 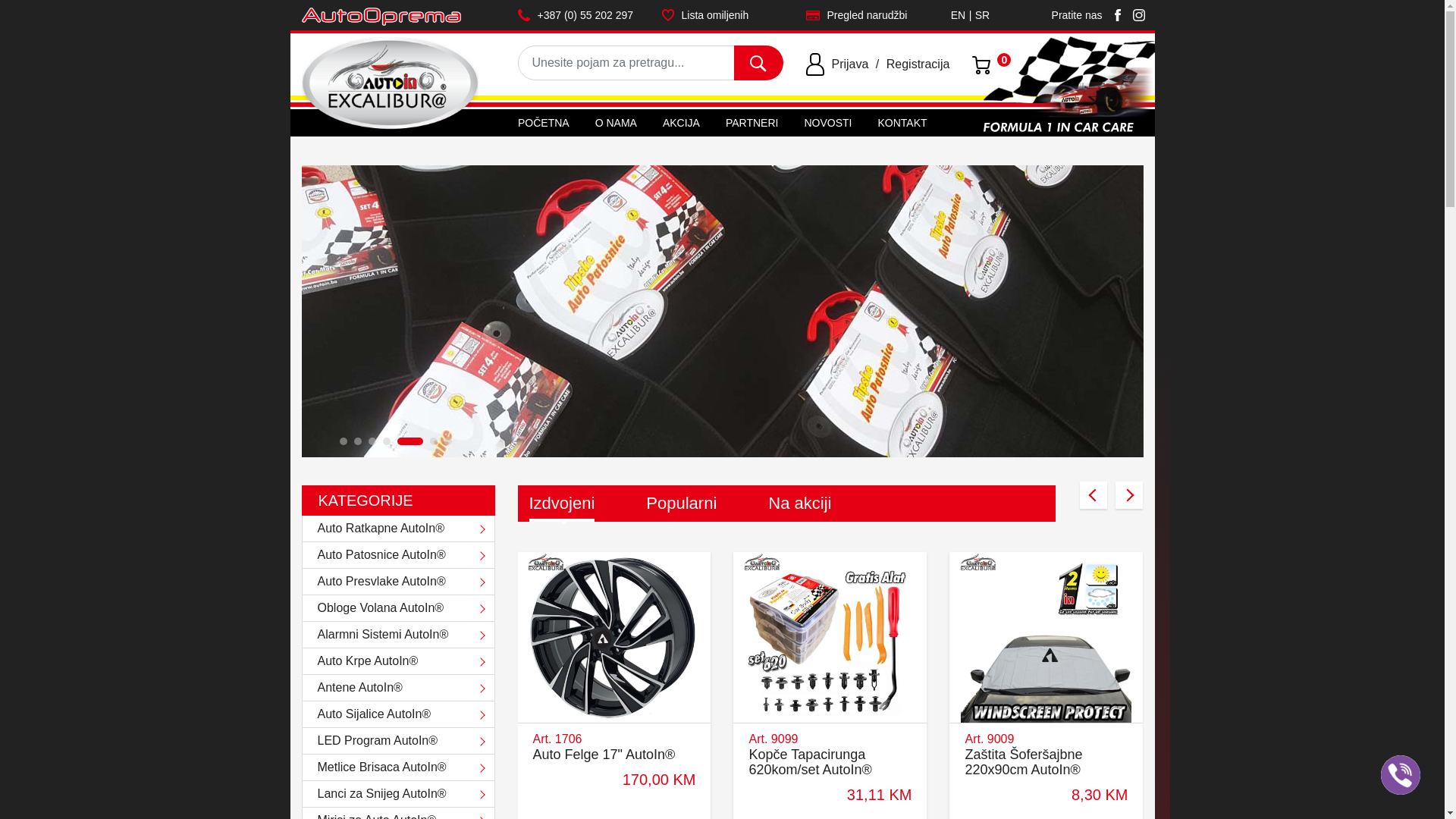 I want to click on 'Na akciji', so click(x=799, y=503).